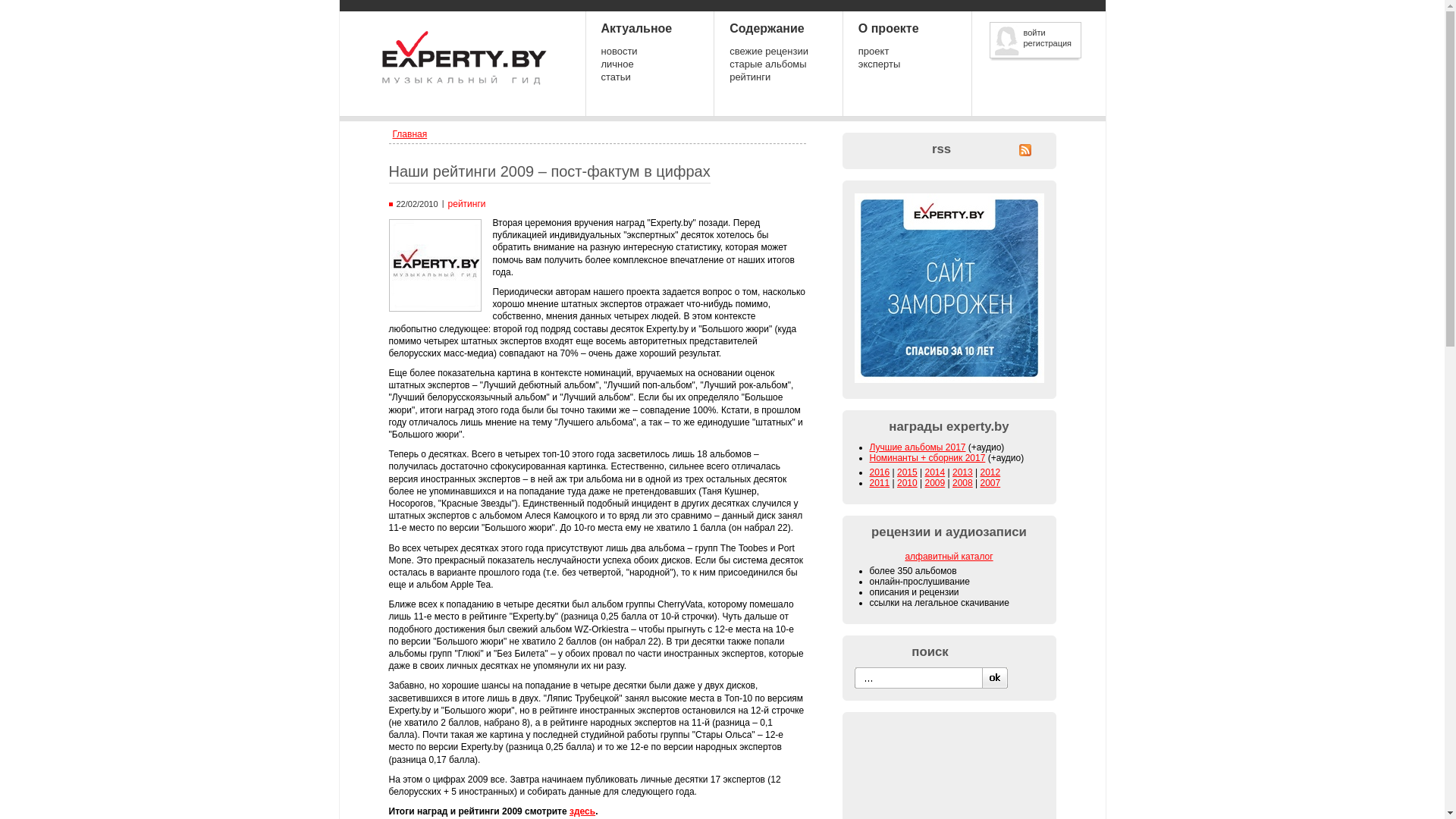  Describe the element at coordinates (934, 472) in the screenshot. I see `'2014'` at that location.